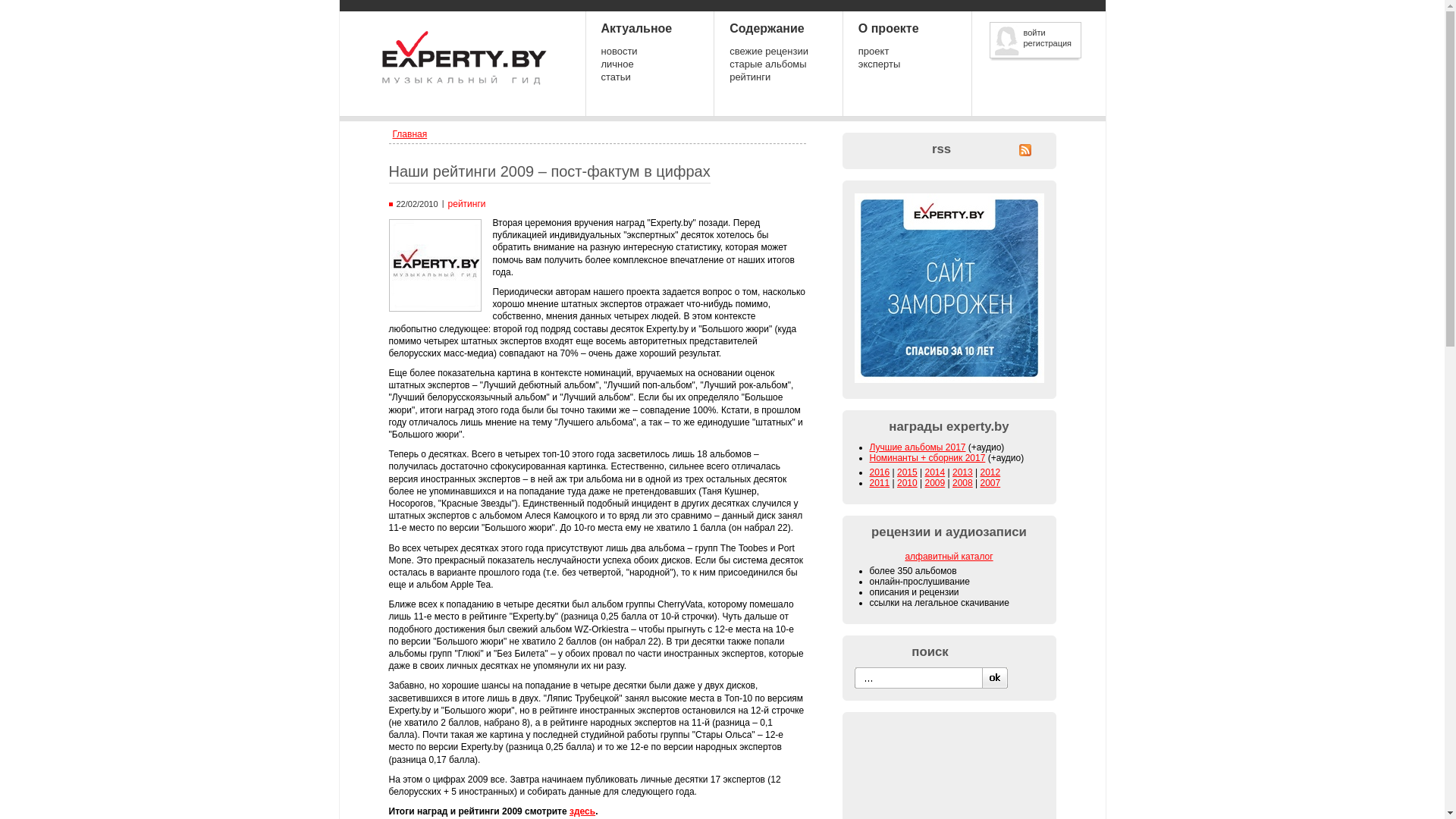  Describe the element at coordinates (934, 472) in the screenshot. I see `'2014'` at that location.